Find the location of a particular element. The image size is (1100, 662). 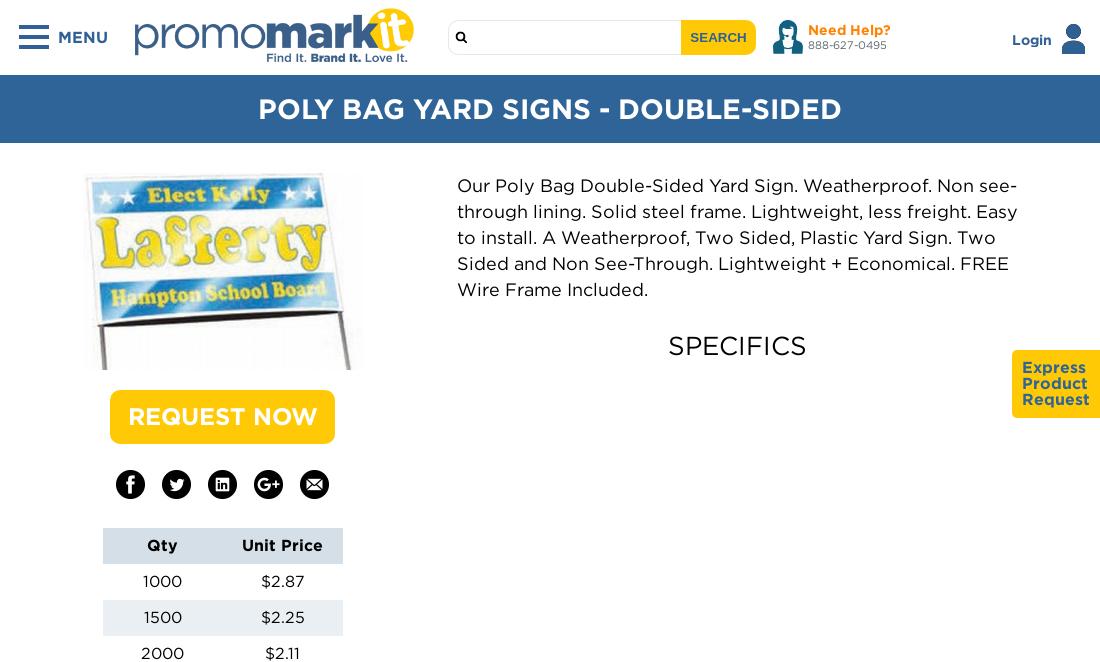

'$2.25' is located at coordinates (281, 616).